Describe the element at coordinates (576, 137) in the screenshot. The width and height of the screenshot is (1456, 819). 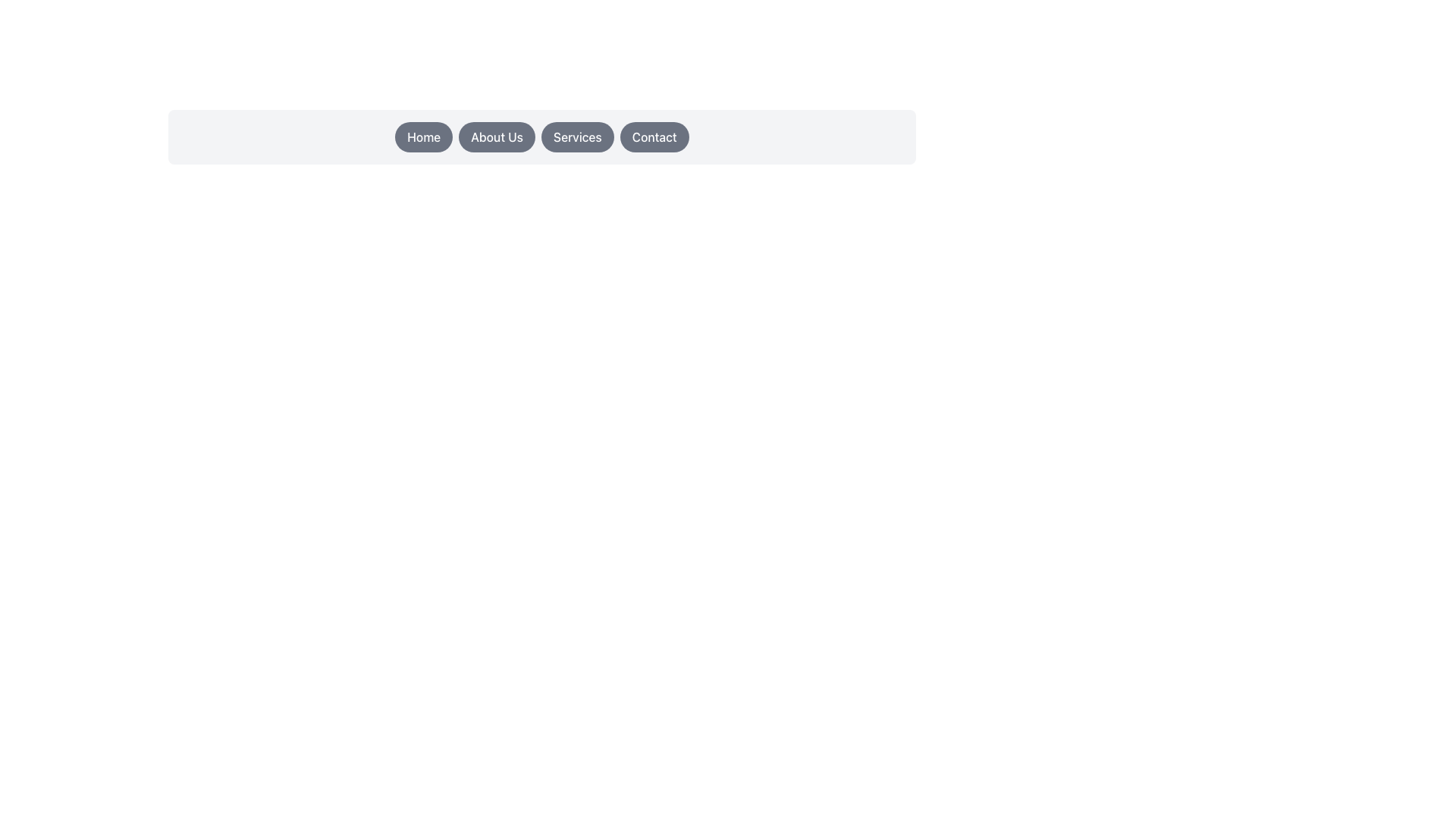
I see `the oval-shaped dark gray button labeled 'Services'` at that location.